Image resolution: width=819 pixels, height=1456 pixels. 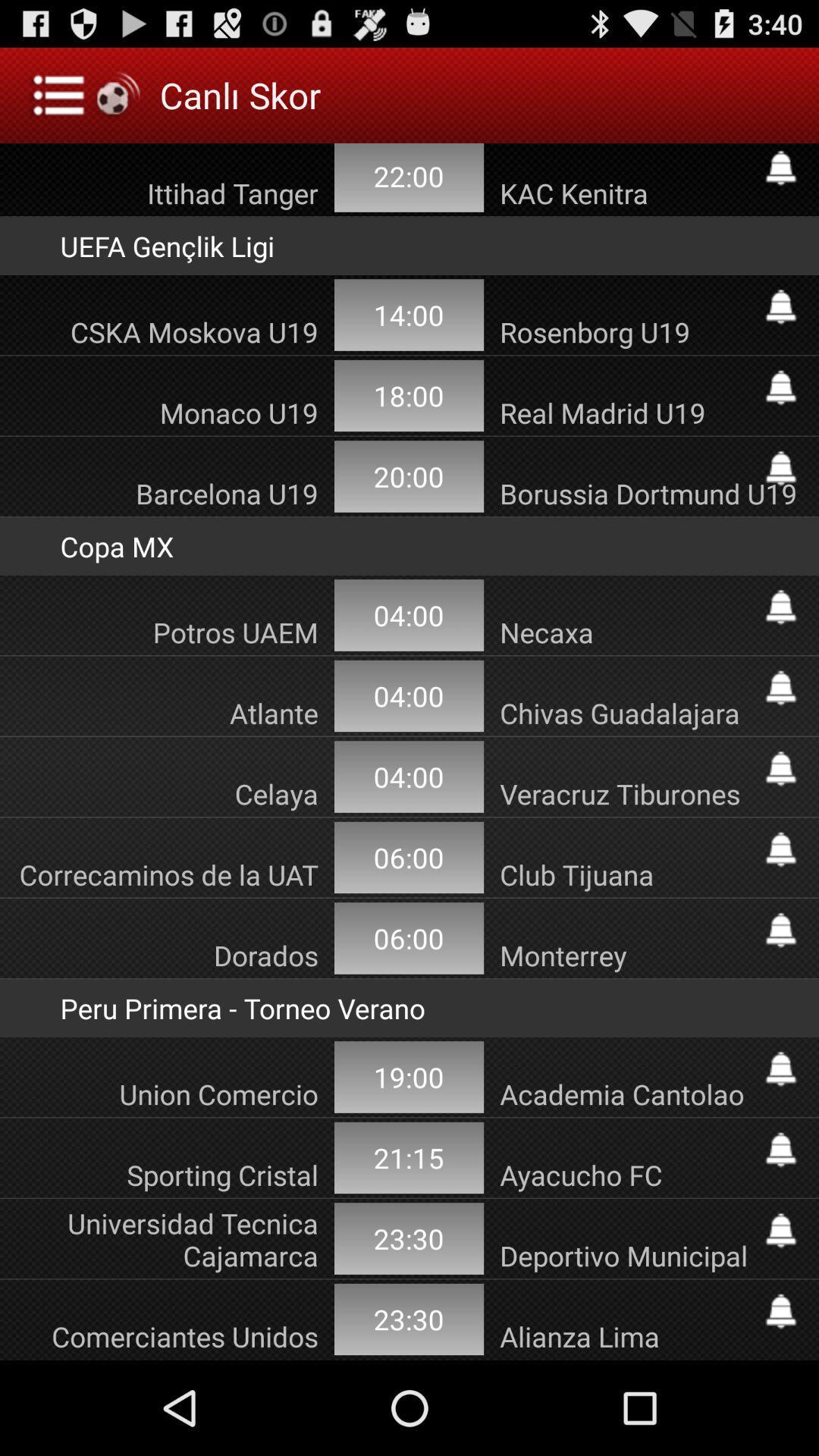 What do you see at coordinates (780, 1310) in the screenshot?
I see `turn on notification for game` at bounding box center [780, 1310].